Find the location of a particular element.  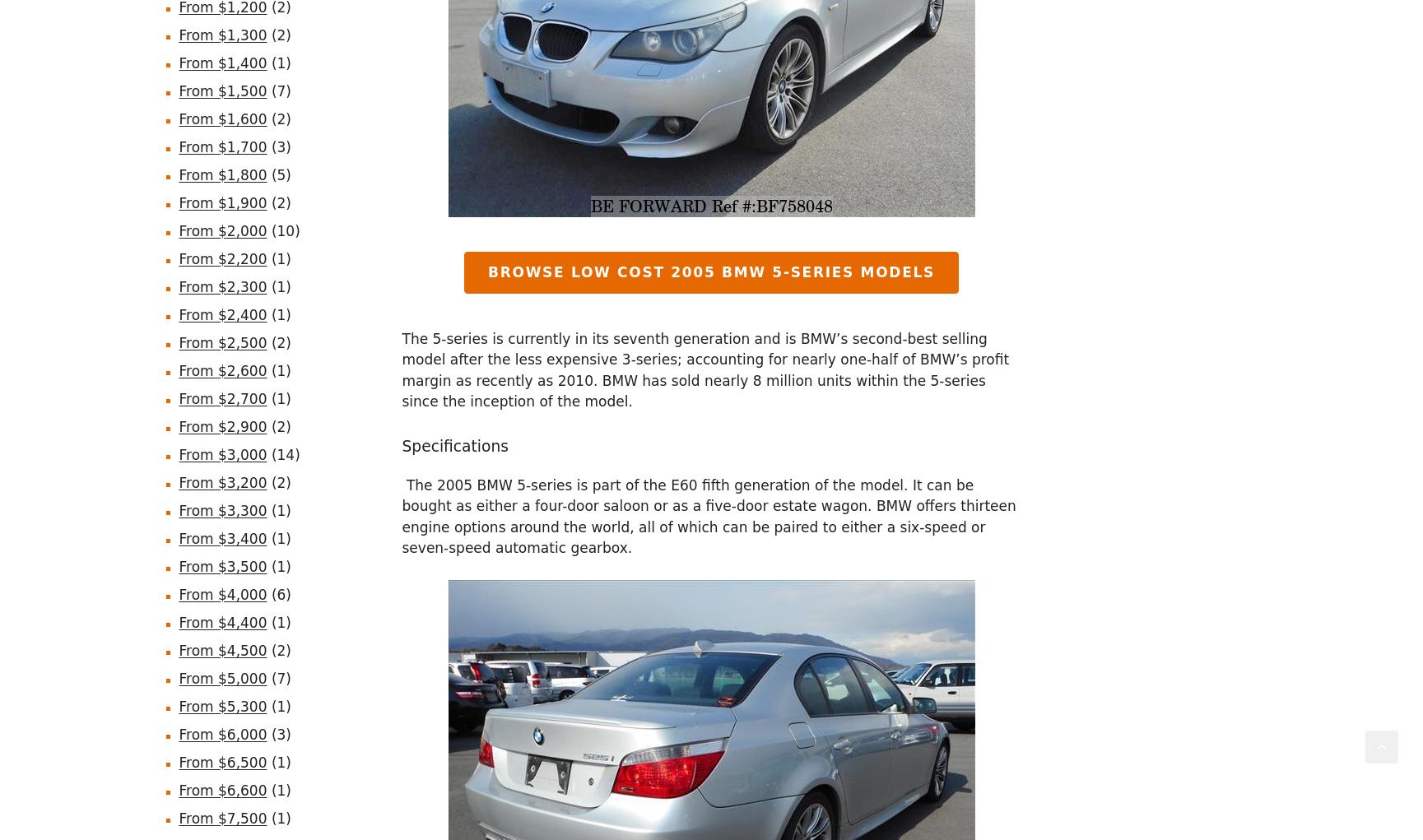

'From $3,500' is located at coordinates (222, 565).